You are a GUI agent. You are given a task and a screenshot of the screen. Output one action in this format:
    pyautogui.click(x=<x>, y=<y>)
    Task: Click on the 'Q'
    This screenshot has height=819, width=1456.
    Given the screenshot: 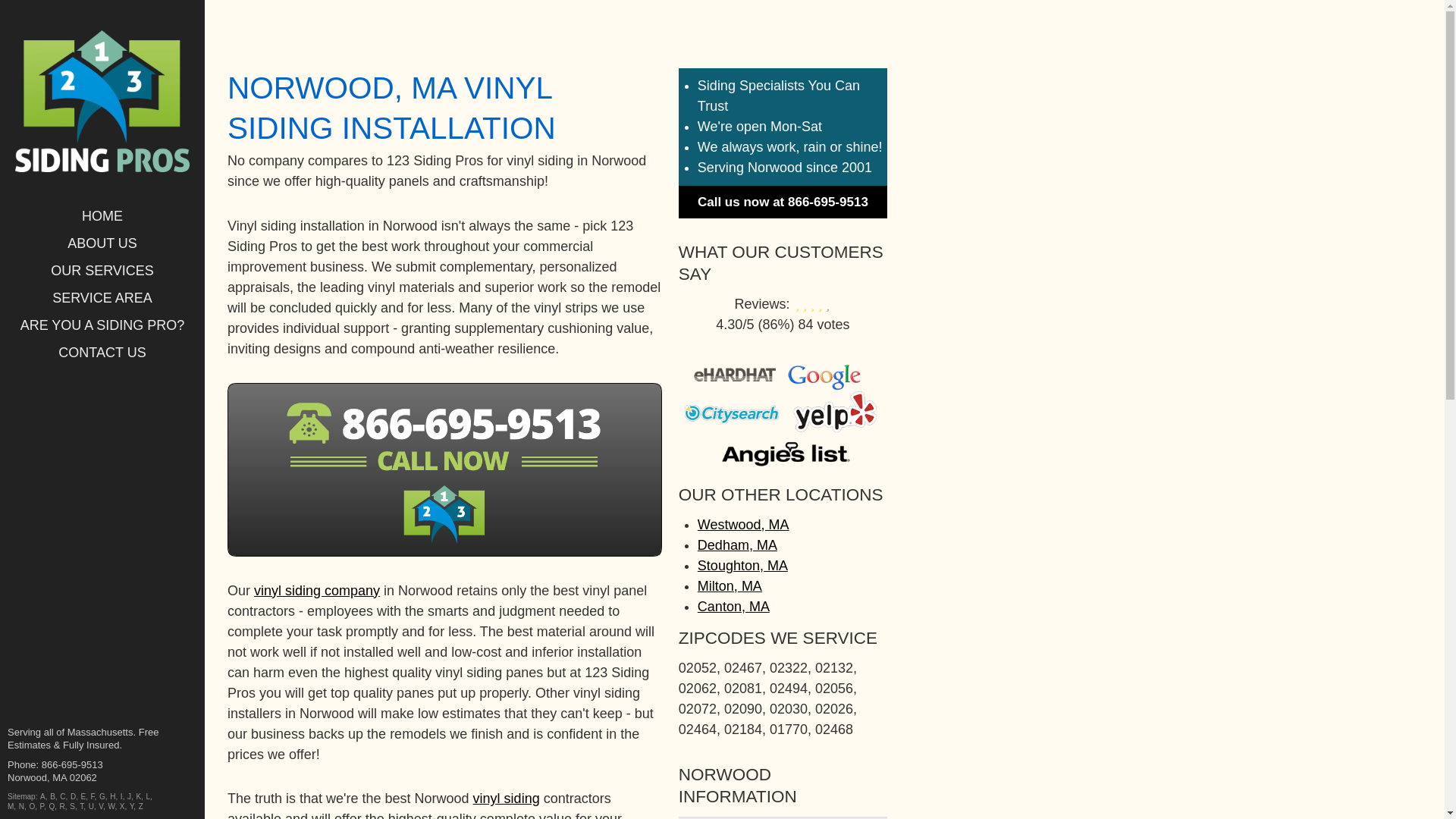 What is the action you would take?
    pyautogui.click(x=48, y=805)
    